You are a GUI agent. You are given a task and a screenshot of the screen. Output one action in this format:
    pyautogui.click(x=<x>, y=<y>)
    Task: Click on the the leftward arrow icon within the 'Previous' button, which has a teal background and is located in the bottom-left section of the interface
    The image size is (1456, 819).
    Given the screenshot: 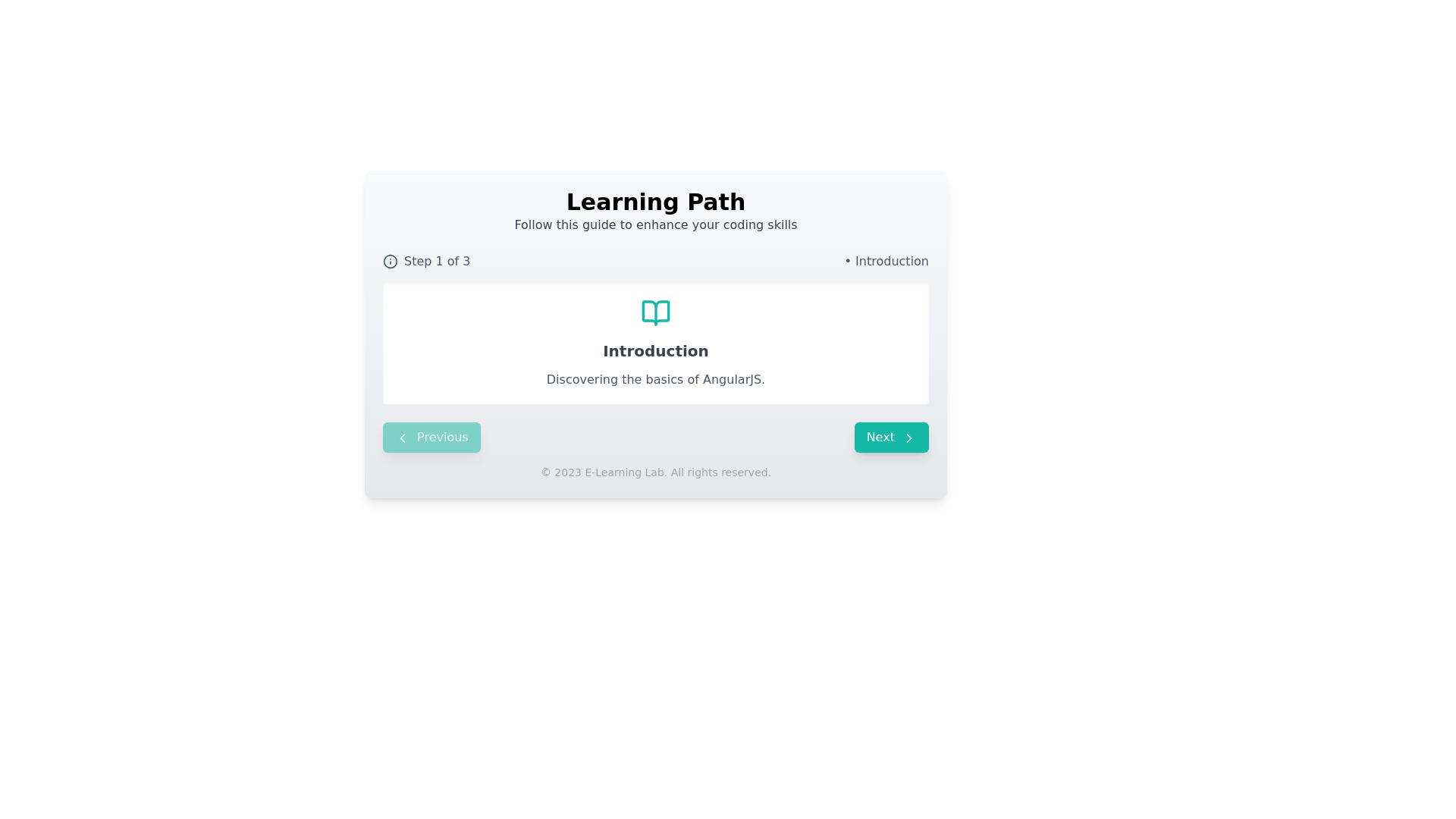 What is the action you would take?
    pyautogui.click(x=403, y=438)
    